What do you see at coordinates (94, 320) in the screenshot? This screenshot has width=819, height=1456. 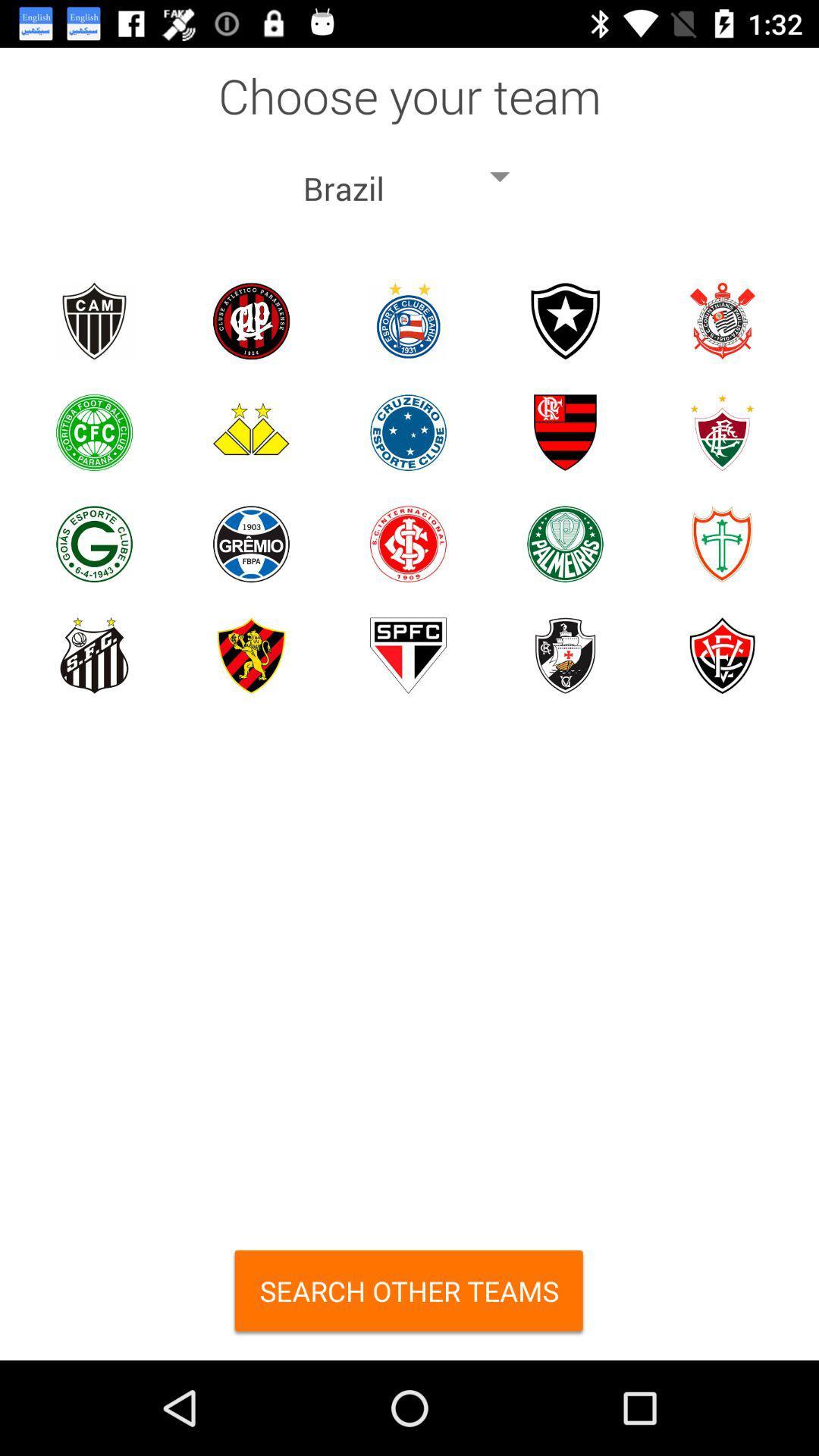 I see `choose club atletico mineiro` at bounding box center [94, 320].